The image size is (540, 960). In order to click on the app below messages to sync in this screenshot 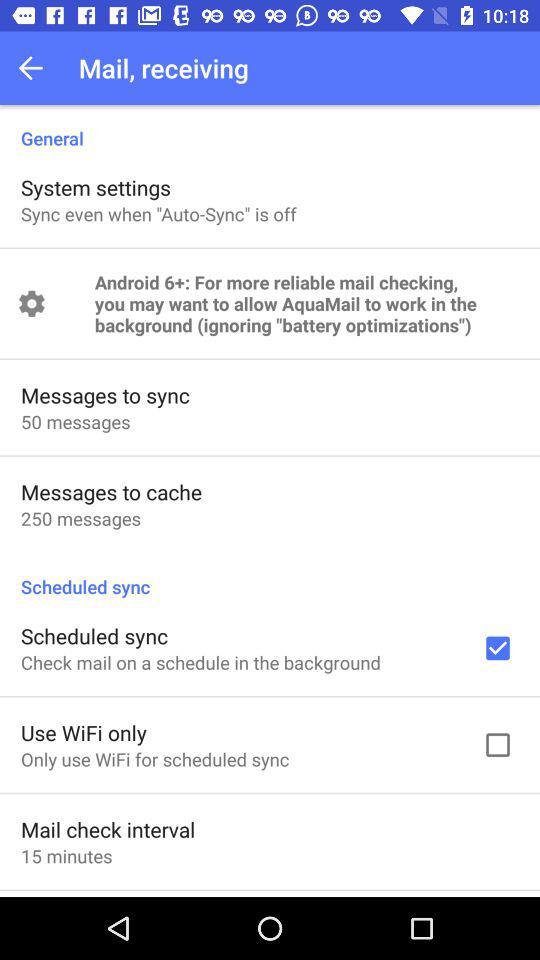, I will do `click(74, 421)`.